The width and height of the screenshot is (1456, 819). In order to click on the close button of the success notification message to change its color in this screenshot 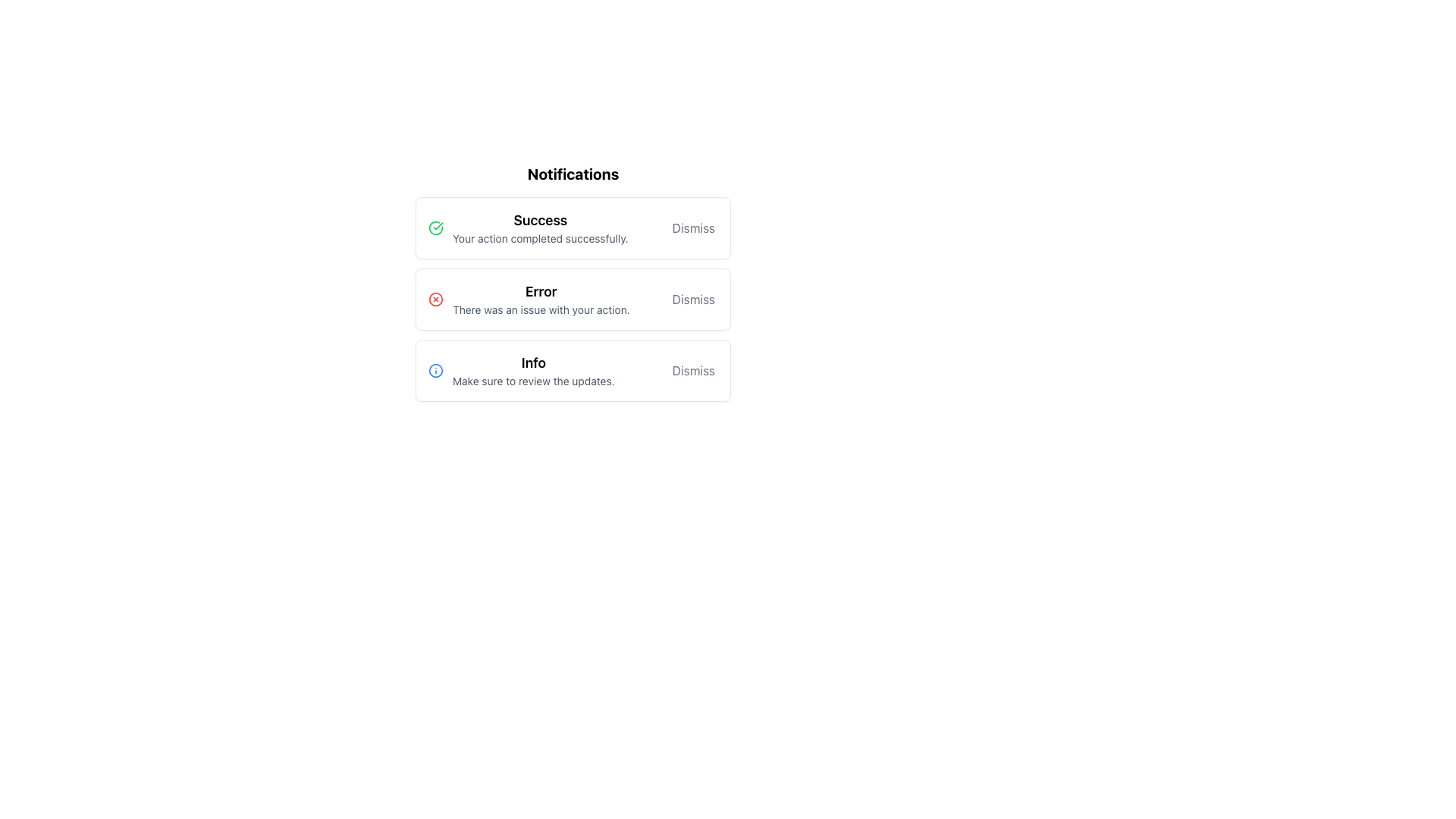, I will do `click(692, 227)`.